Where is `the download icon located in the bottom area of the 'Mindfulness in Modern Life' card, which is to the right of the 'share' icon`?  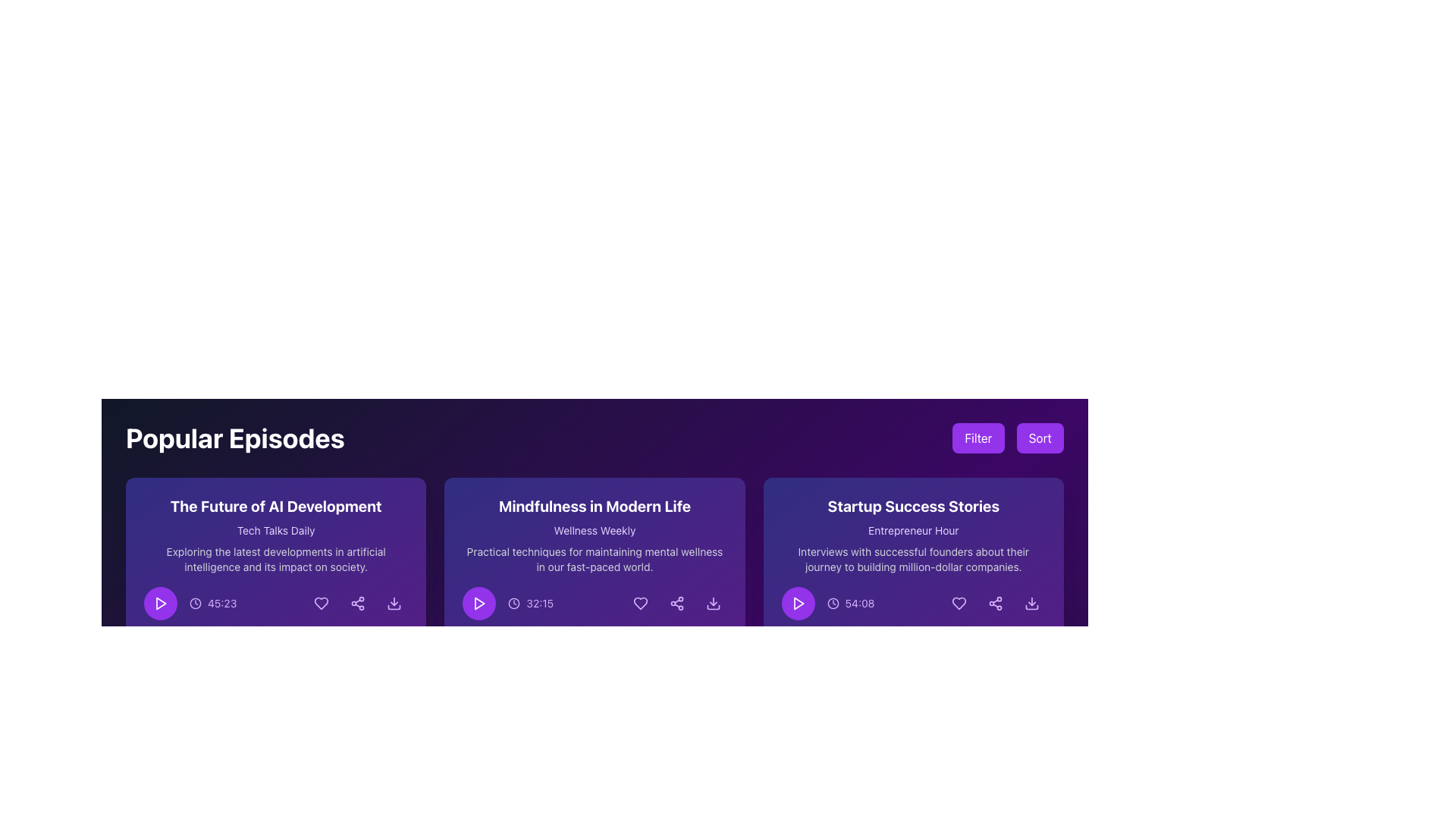
the download icon located in the bottom area of the 'Mindfulness in Modern Life' card, which is to the right of the 'share' icon is located at coordinates (712, 607).